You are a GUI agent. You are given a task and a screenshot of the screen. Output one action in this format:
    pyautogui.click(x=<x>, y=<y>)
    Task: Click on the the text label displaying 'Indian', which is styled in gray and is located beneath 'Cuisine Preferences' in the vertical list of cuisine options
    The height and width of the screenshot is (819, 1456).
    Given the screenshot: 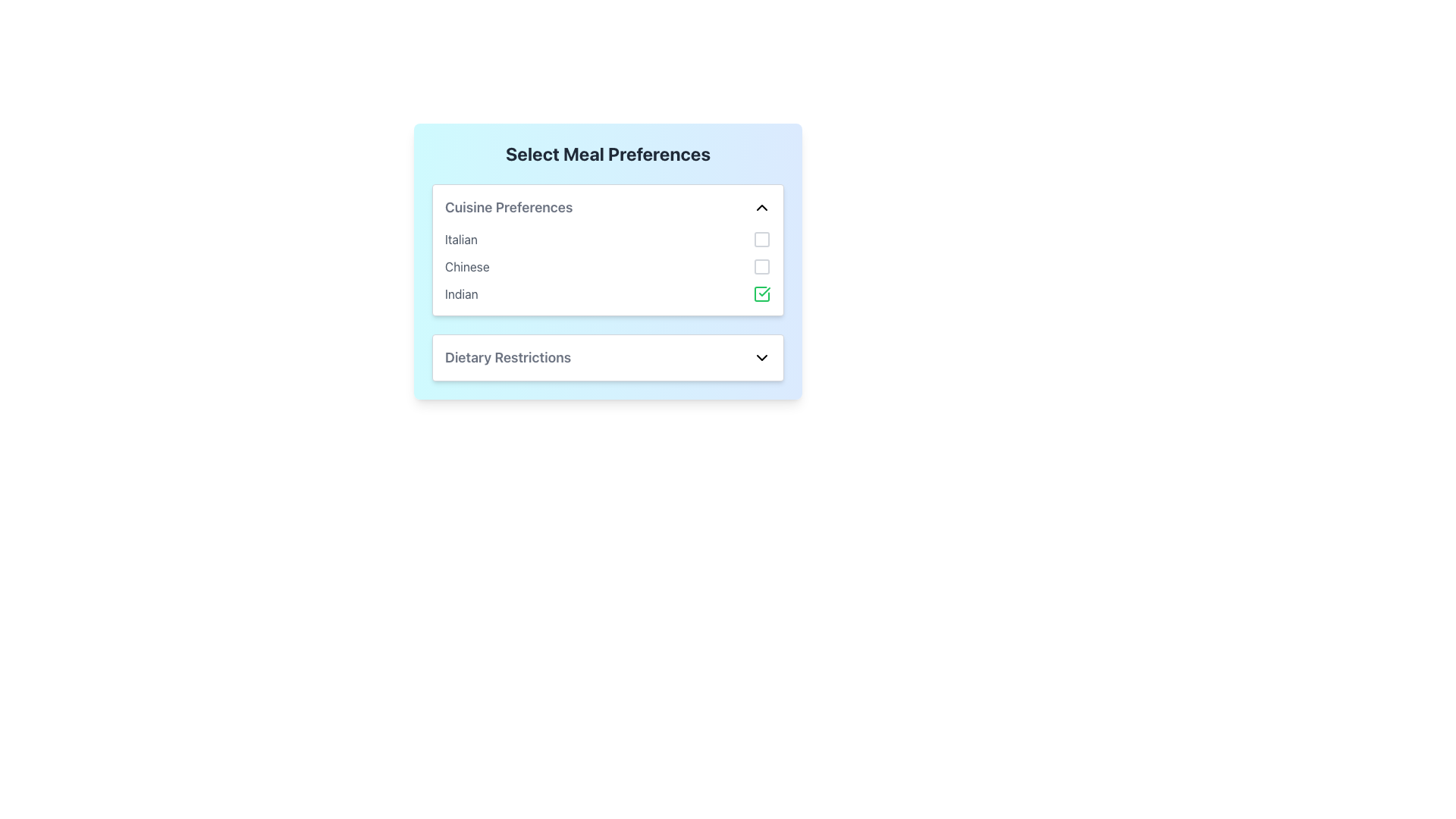 What is the action you would take?
    pyautogui.click(x=460, y=294)
    